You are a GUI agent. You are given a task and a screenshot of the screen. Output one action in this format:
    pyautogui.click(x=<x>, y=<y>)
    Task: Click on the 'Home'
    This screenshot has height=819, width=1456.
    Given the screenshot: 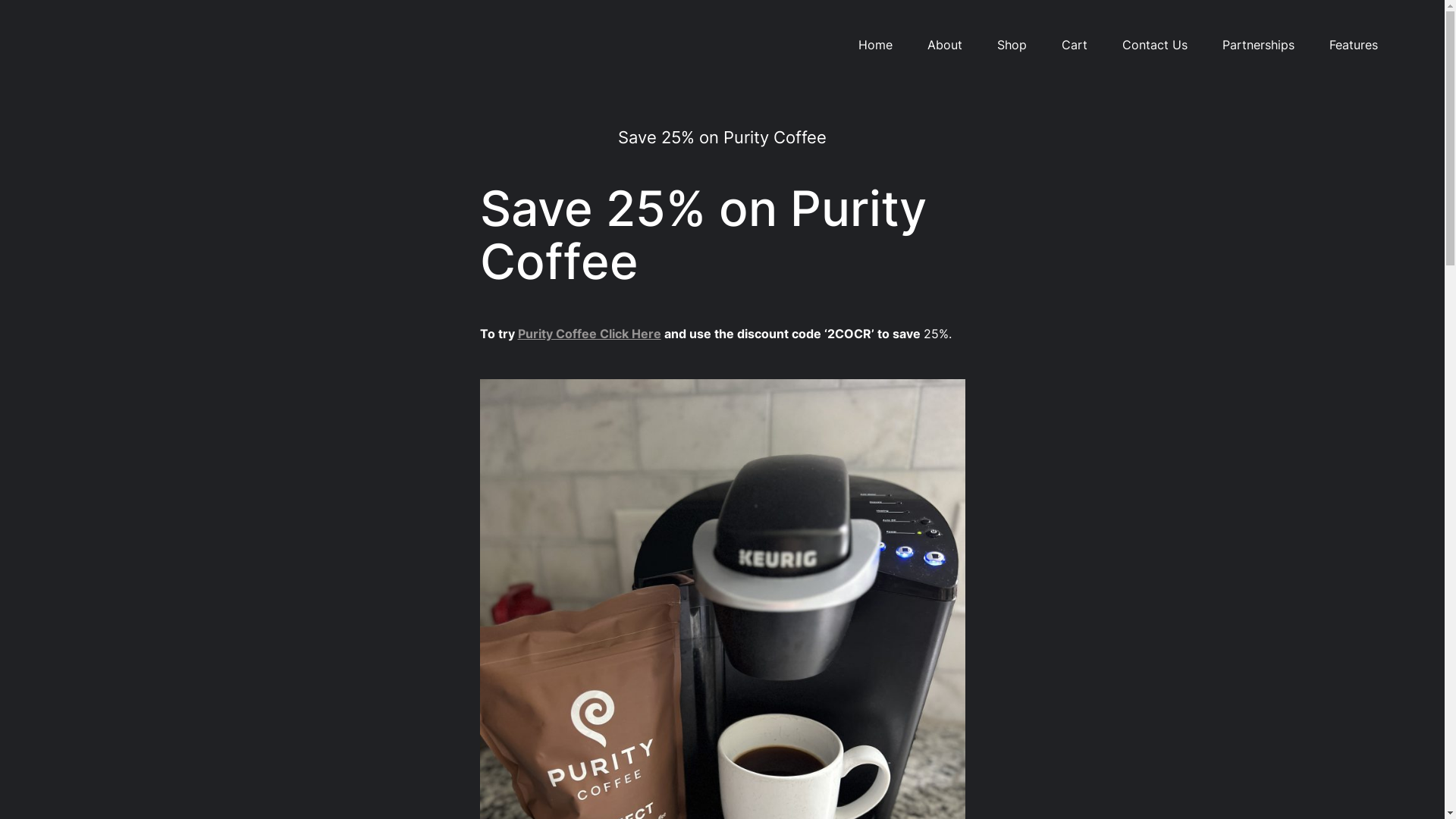 What is the action you would take?
    pyautogui.click(x=875, y=44)
    